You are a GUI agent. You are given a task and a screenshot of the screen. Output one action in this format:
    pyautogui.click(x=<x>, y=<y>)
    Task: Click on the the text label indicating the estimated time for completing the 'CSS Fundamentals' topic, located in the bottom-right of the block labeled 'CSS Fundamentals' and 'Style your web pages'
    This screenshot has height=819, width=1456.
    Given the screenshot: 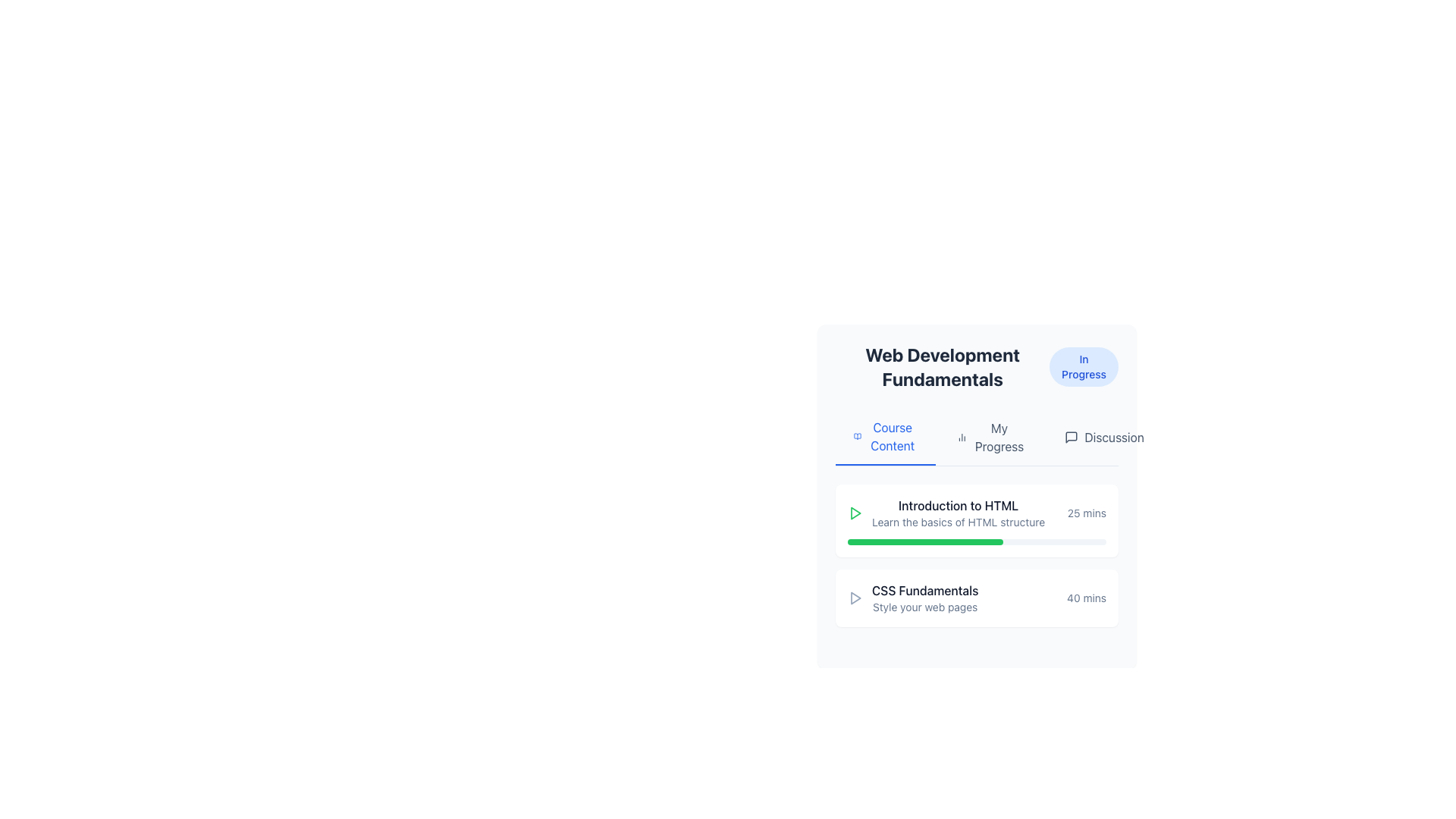 What is the action you would take?
    pyautogui.click(x=1086, y=598)
    